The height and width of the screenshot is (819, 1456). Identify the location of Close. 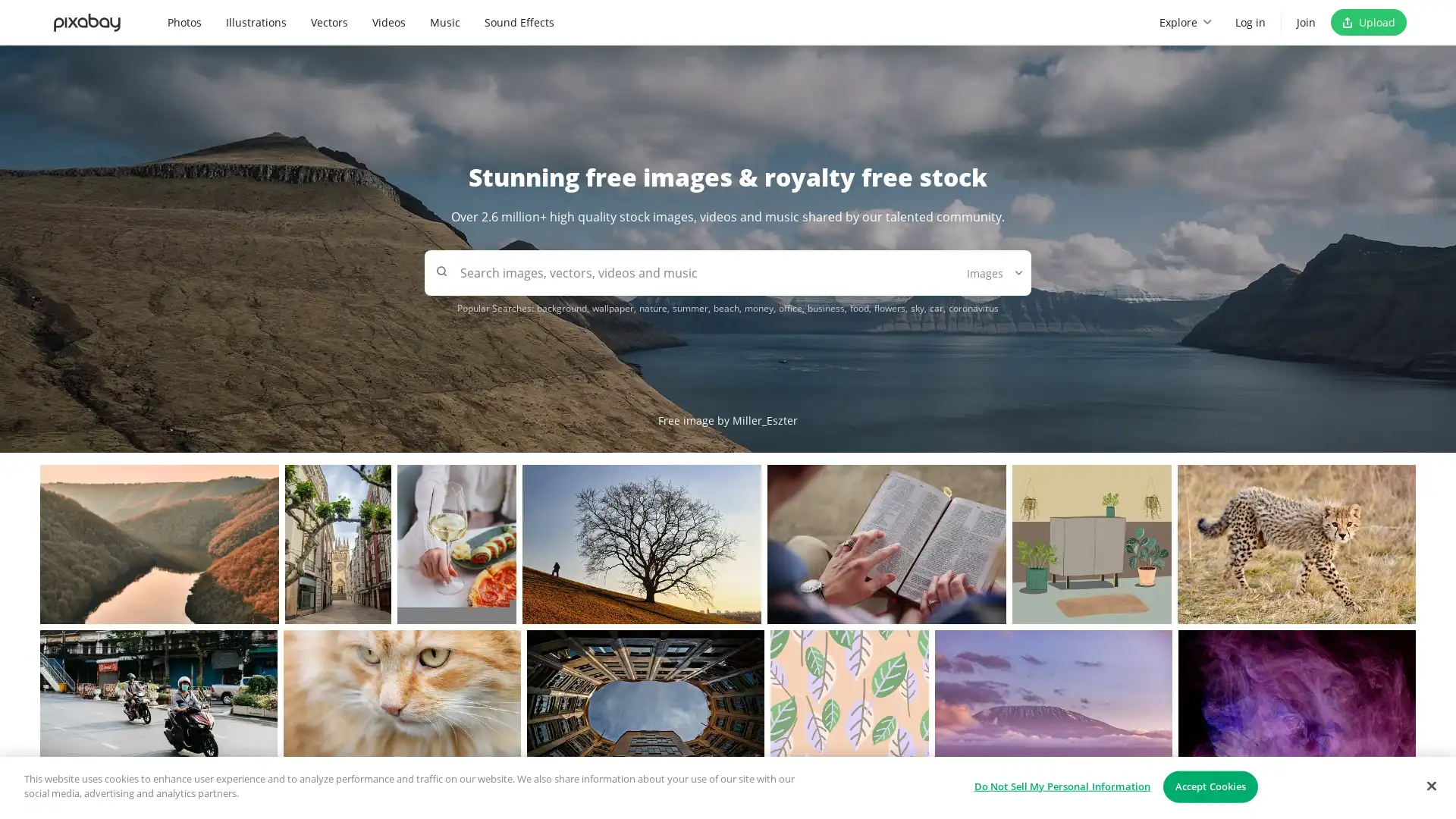
(1430, 785).